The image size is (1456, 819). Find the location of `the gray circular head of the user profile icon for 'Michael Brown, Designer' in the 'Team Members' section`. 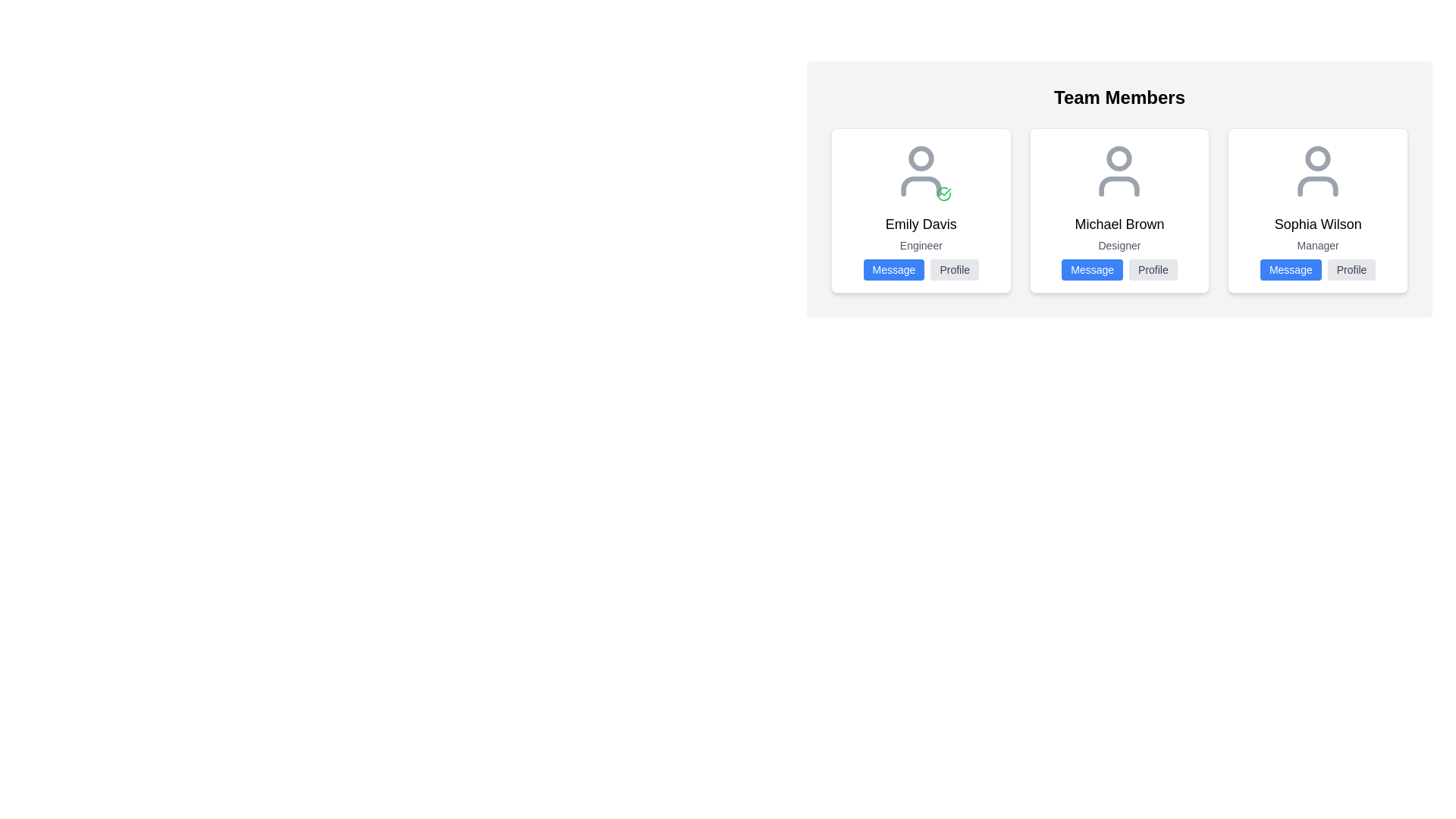

the gray circular head of the user profile icon for 'Michael Brown, Designer' in the 'Team Members' section is located at coordinates (1119, 158).